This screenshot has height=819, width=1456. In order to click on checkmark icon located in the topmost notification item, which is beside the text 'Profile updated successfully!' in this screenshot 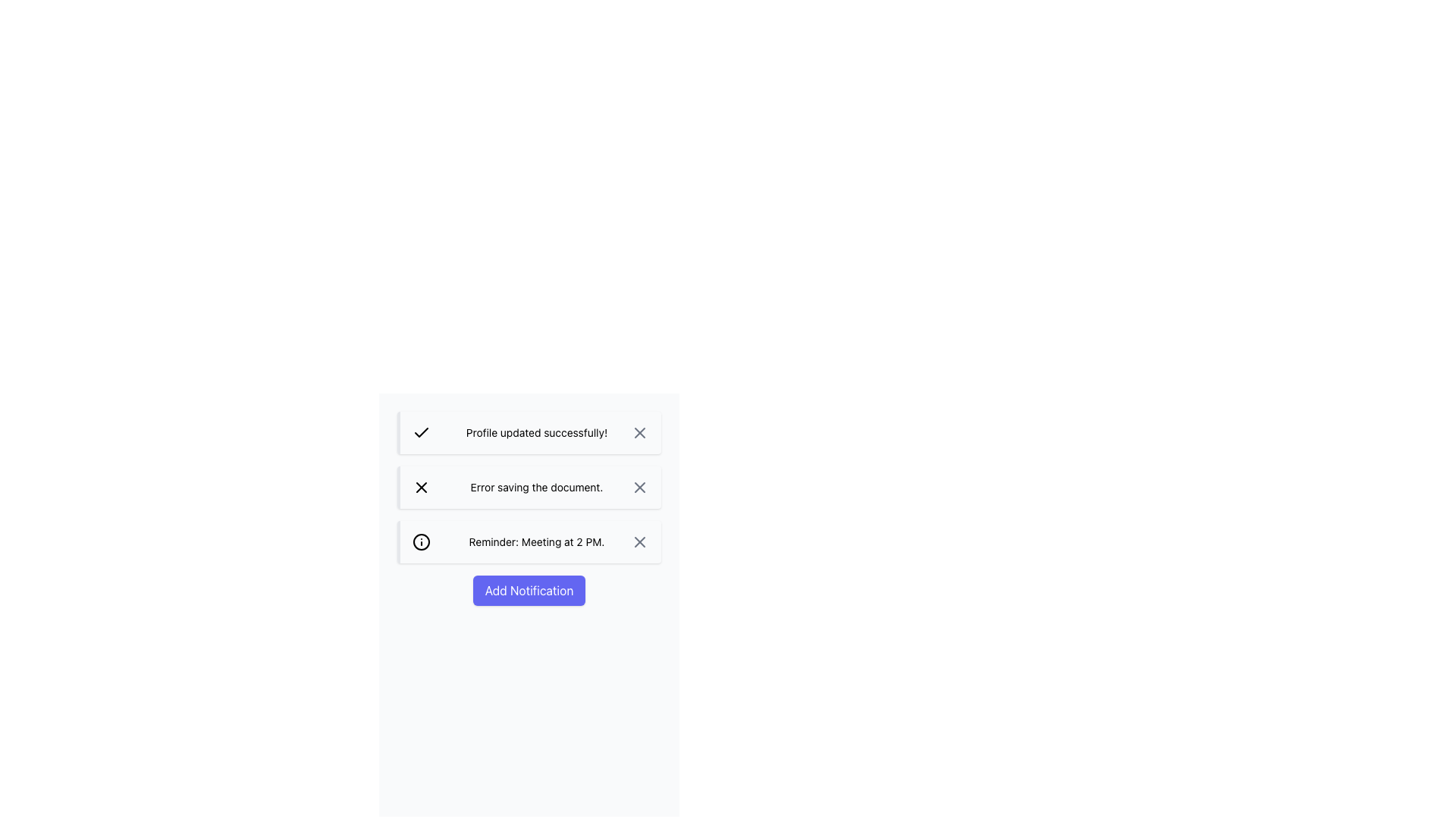, I will do `click(422, 432)`.